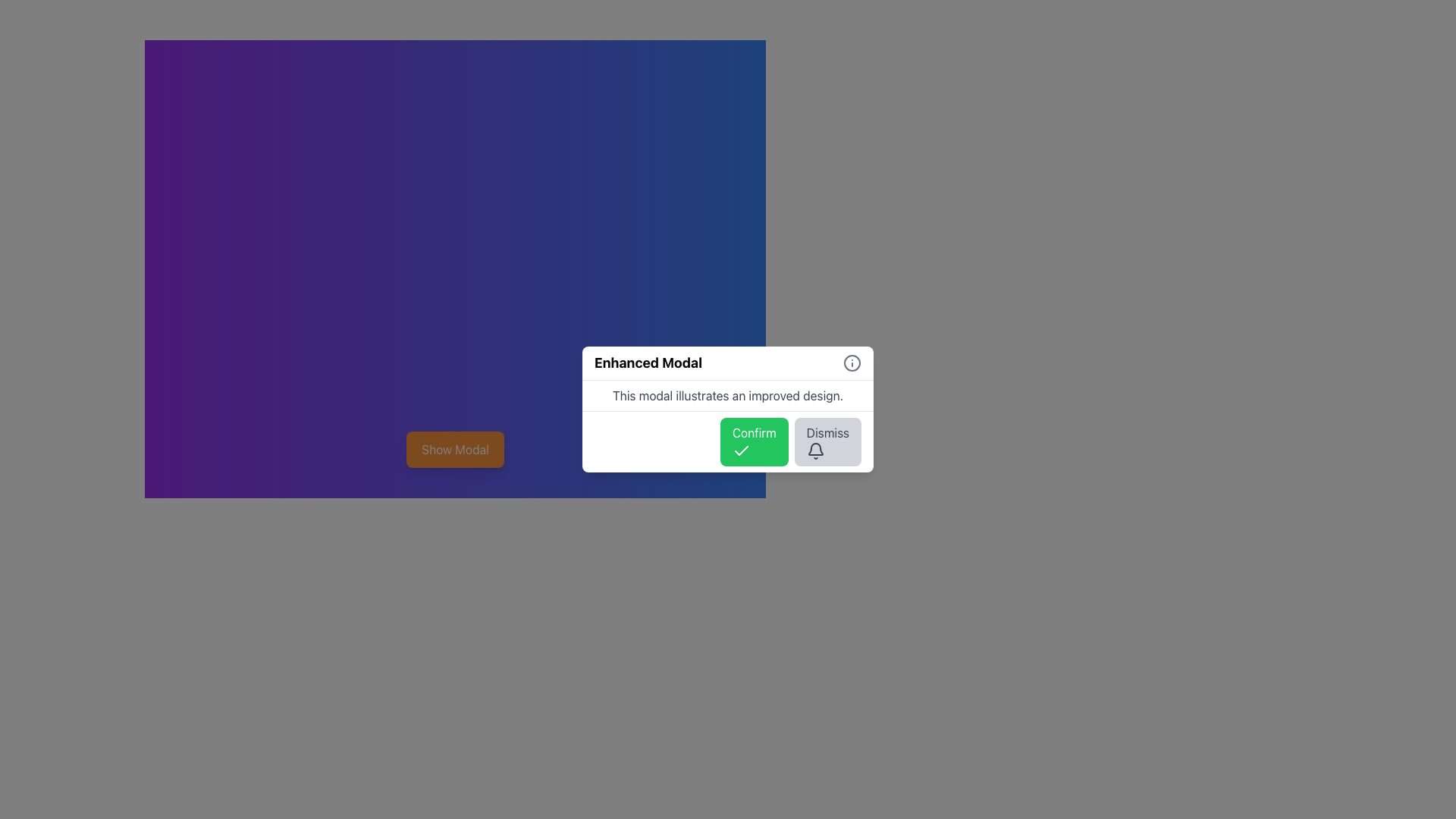  I want to click on the minimalistic checkmark icon located centrally within the green 'Confirm' button in the bottom-right section of the modal interface, so click(741, 450).